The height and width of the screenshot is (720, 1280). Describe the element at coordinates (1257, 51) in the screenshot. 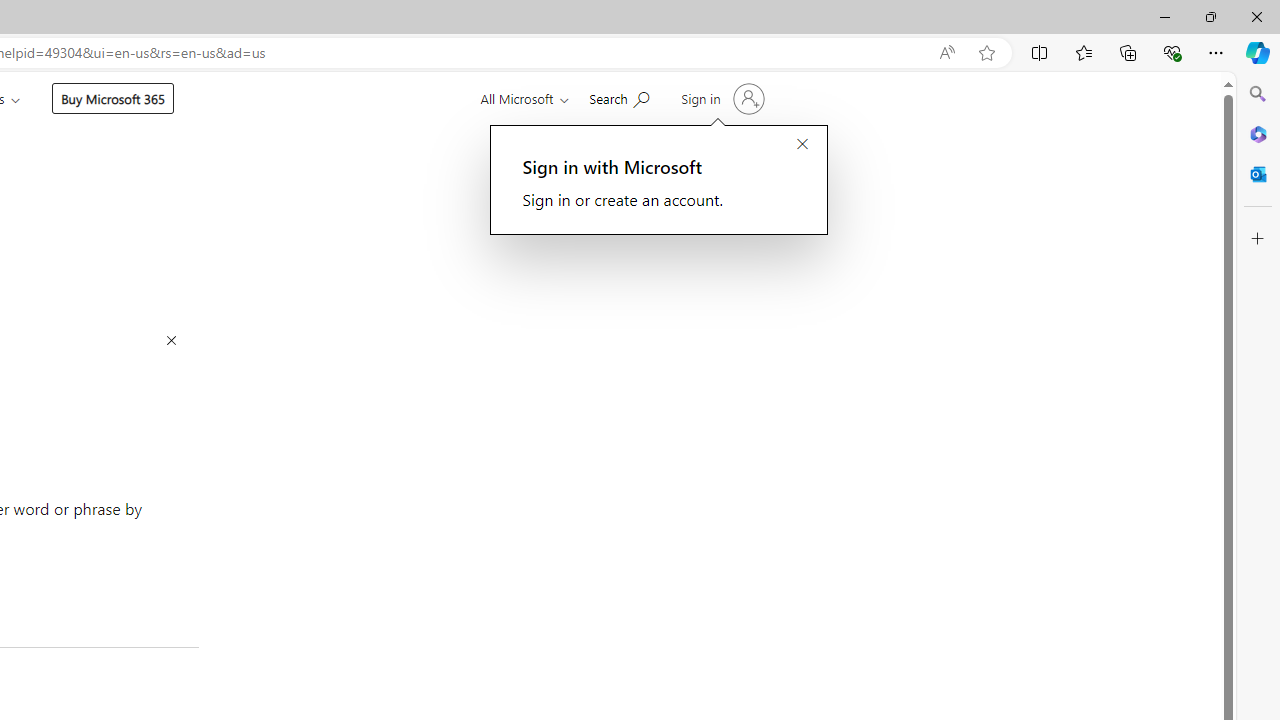

I see `'Copilot (Ctrl+Shift+.)'` at that location.